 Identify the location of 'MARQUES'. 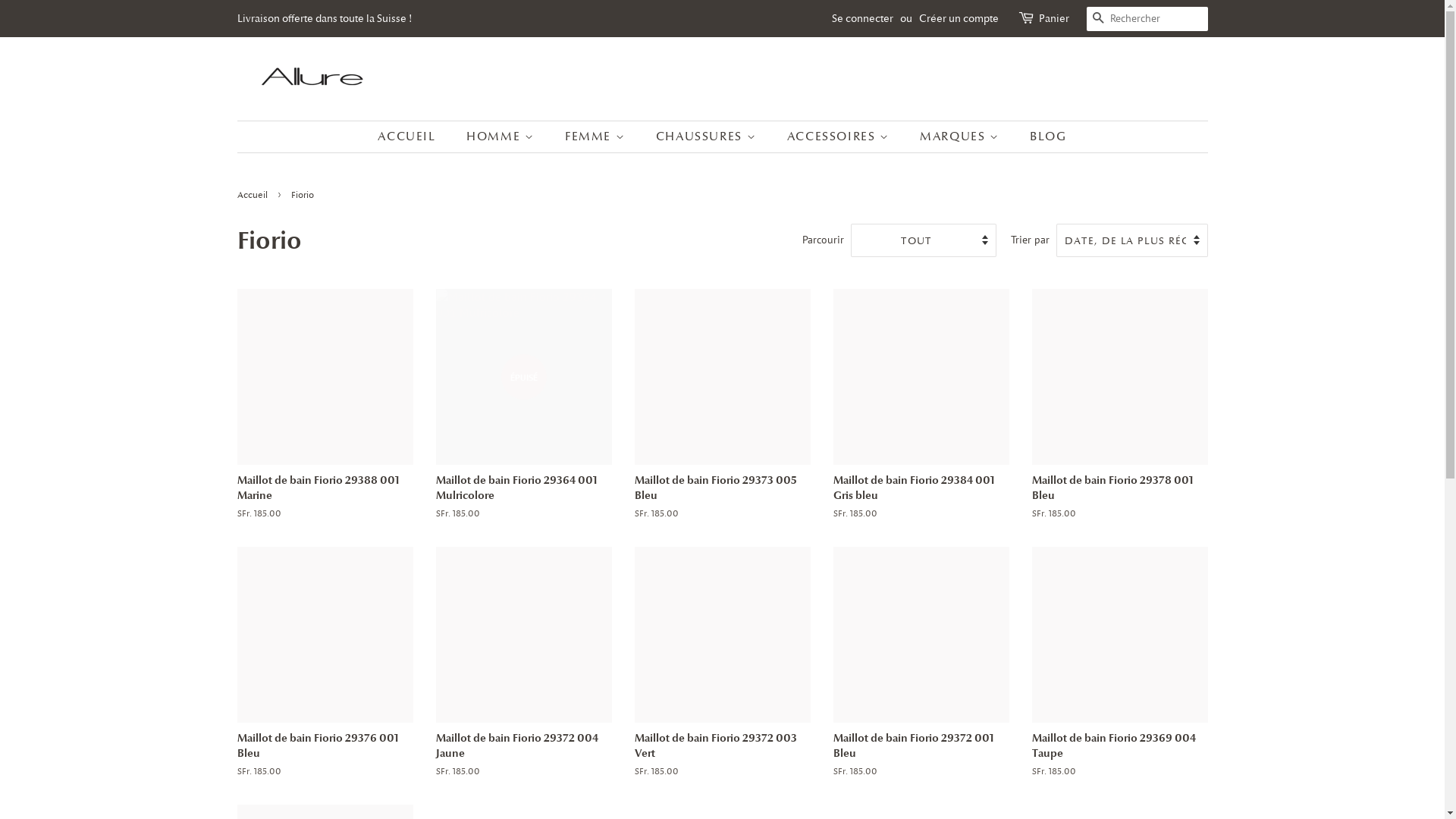
(908, 136).